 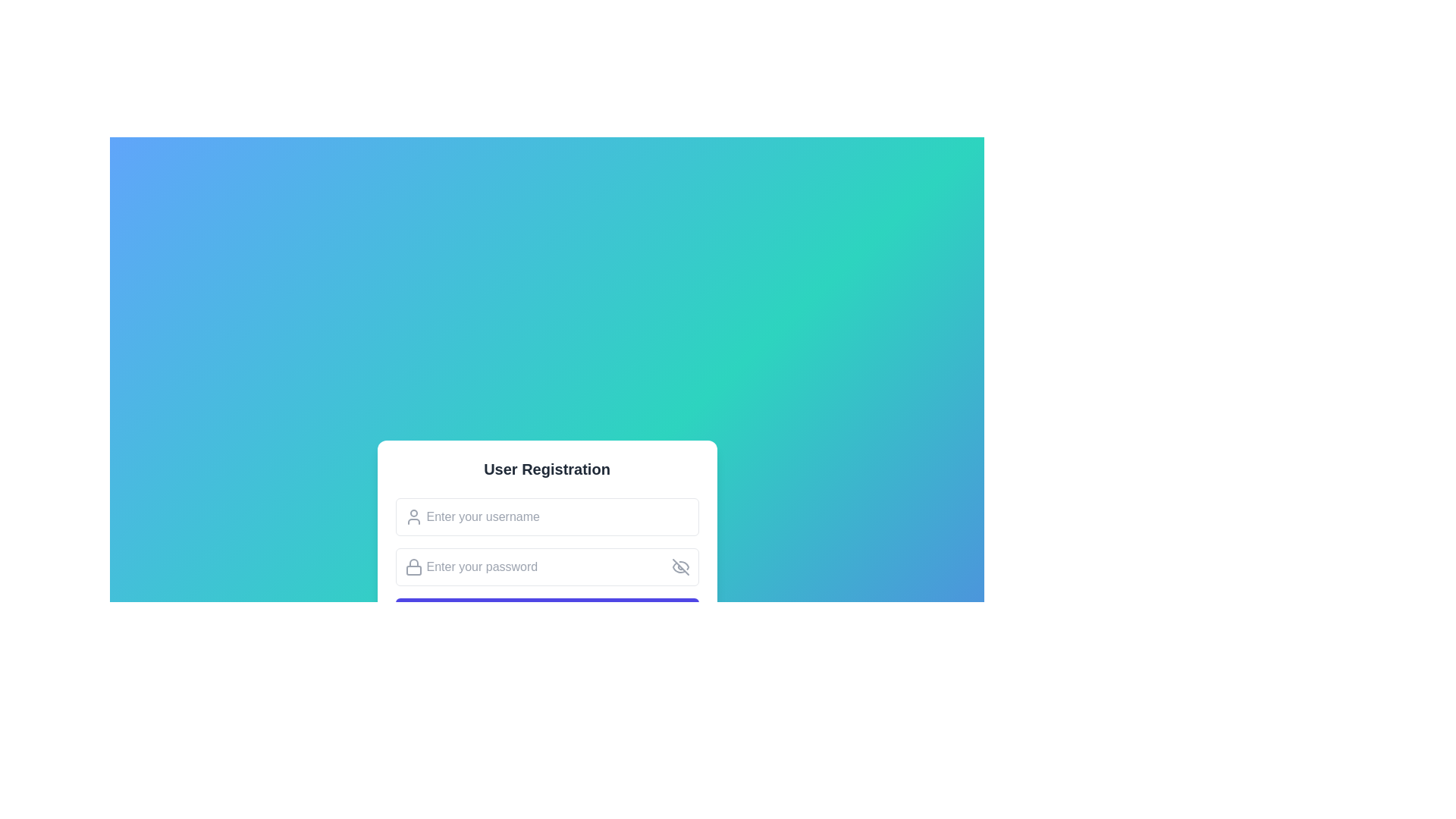 I want to click on the username icon located inside the username input field on the registration form, positioned towards the left edge, so click(x=413, y=516).